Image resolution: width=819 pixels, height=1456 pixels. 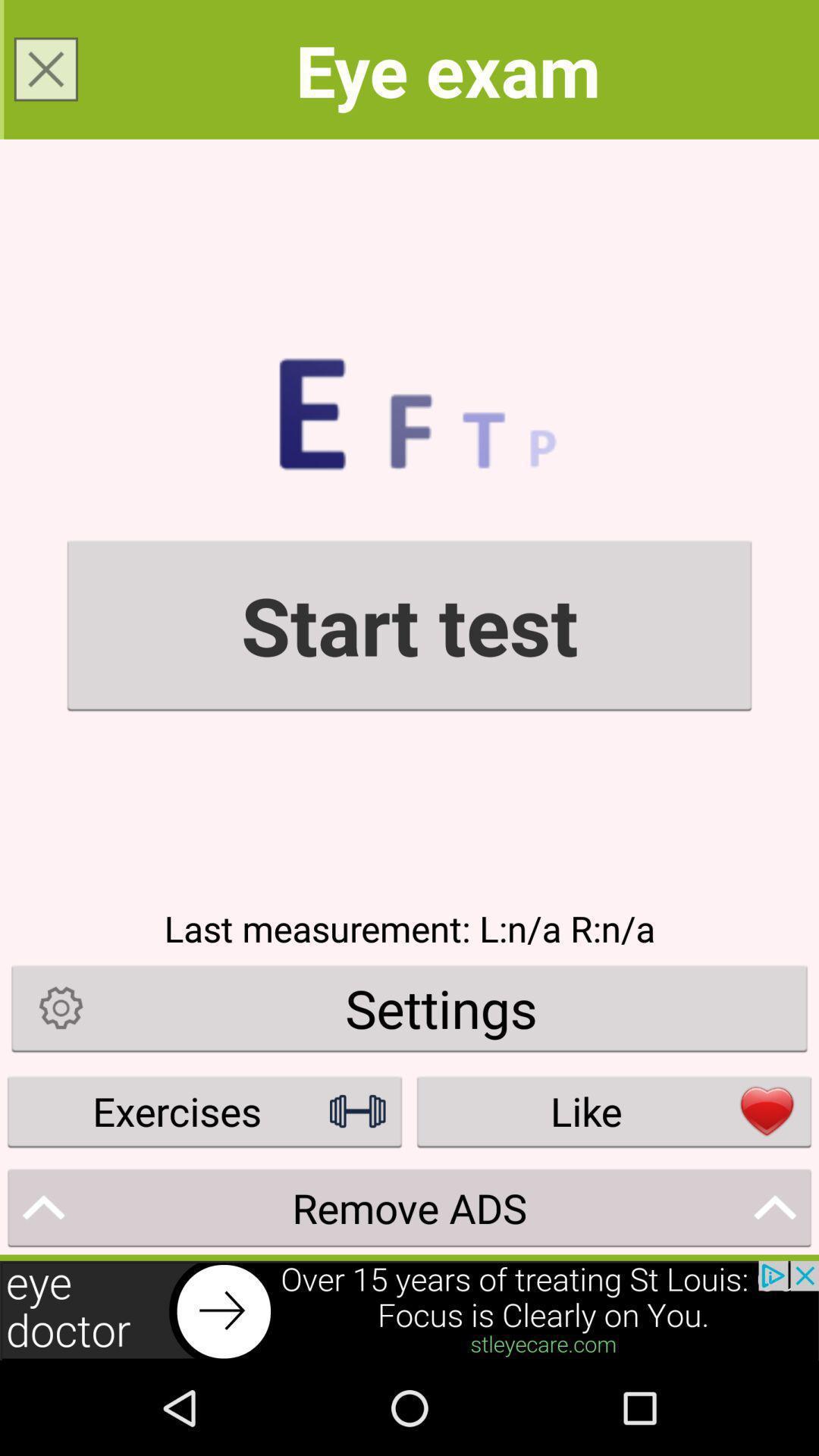 What do you see at coordinates (45, 68) in the screenshot?
I see `page` at bounding box center [45, 68].